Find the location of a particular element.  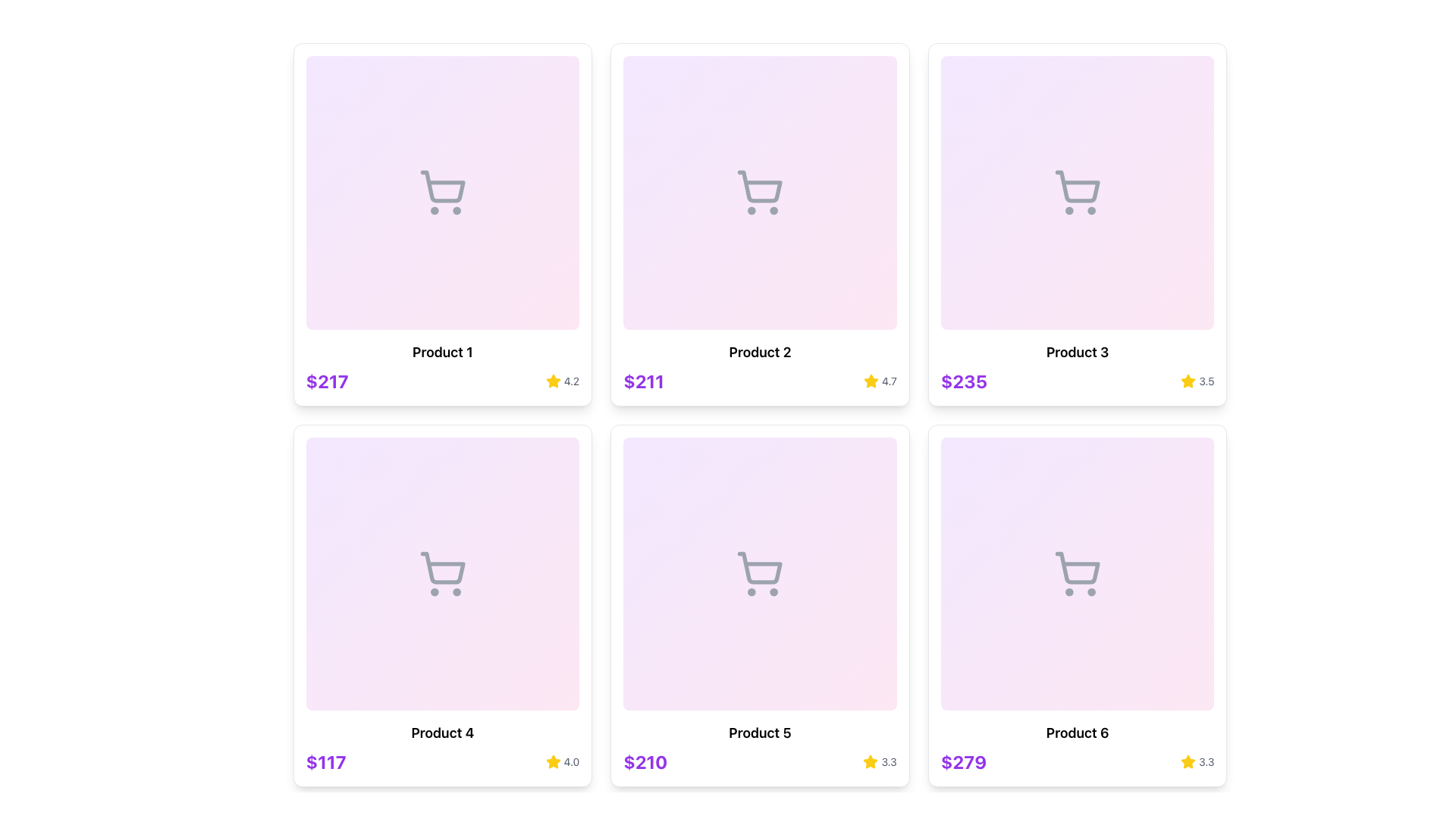

the star icon in the bottom-right corner of the 'Product 6' card, which indicates a rating of '3.3' is located at coordinates (1188, 761).